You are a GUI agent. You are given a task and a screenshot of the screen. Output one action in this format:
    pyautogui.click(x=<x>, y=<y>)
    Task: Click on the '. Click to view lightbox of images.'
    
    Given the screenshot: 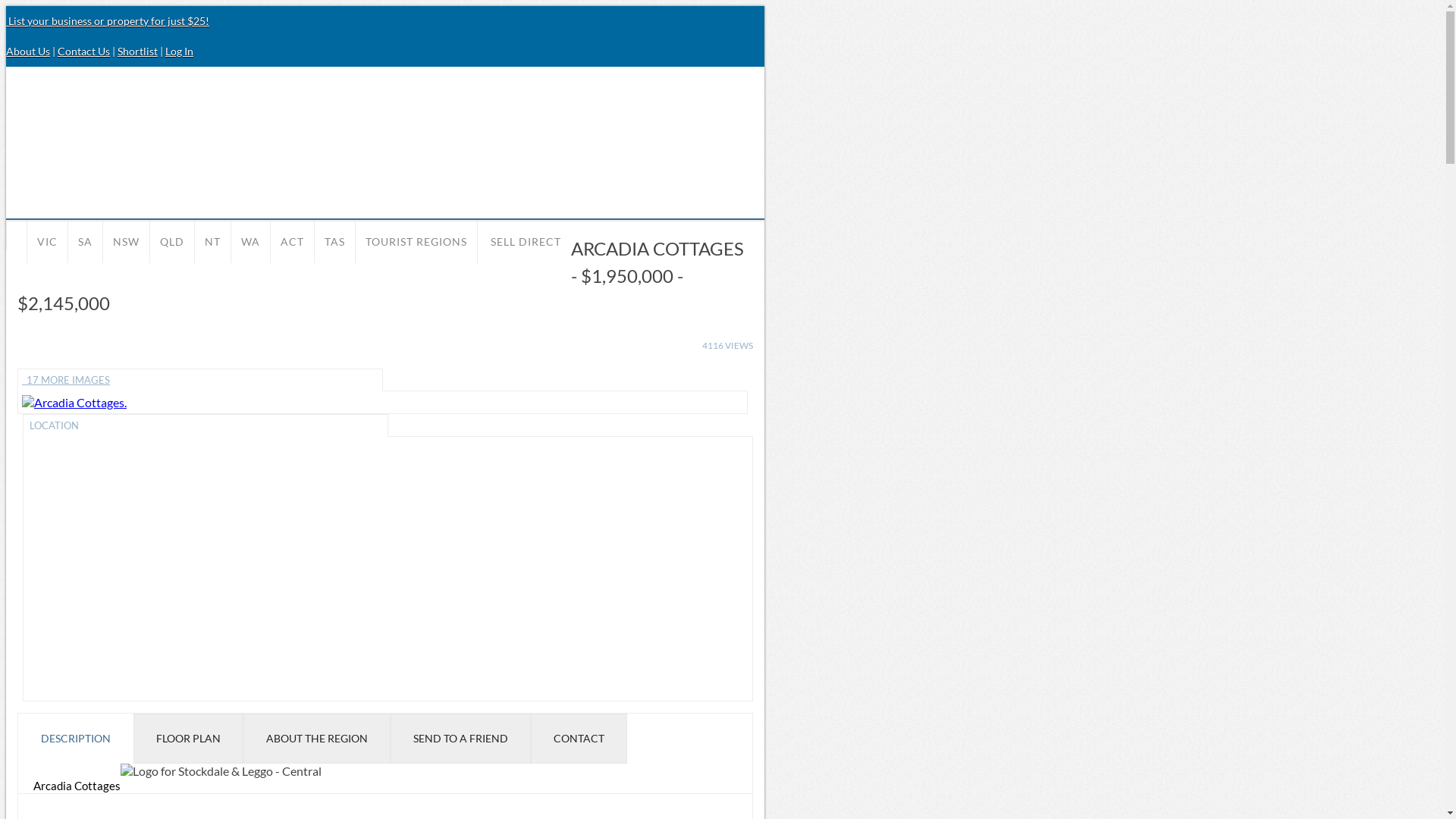 What is the action you would take?
    pyautogui.click(x=73, y=401)
    